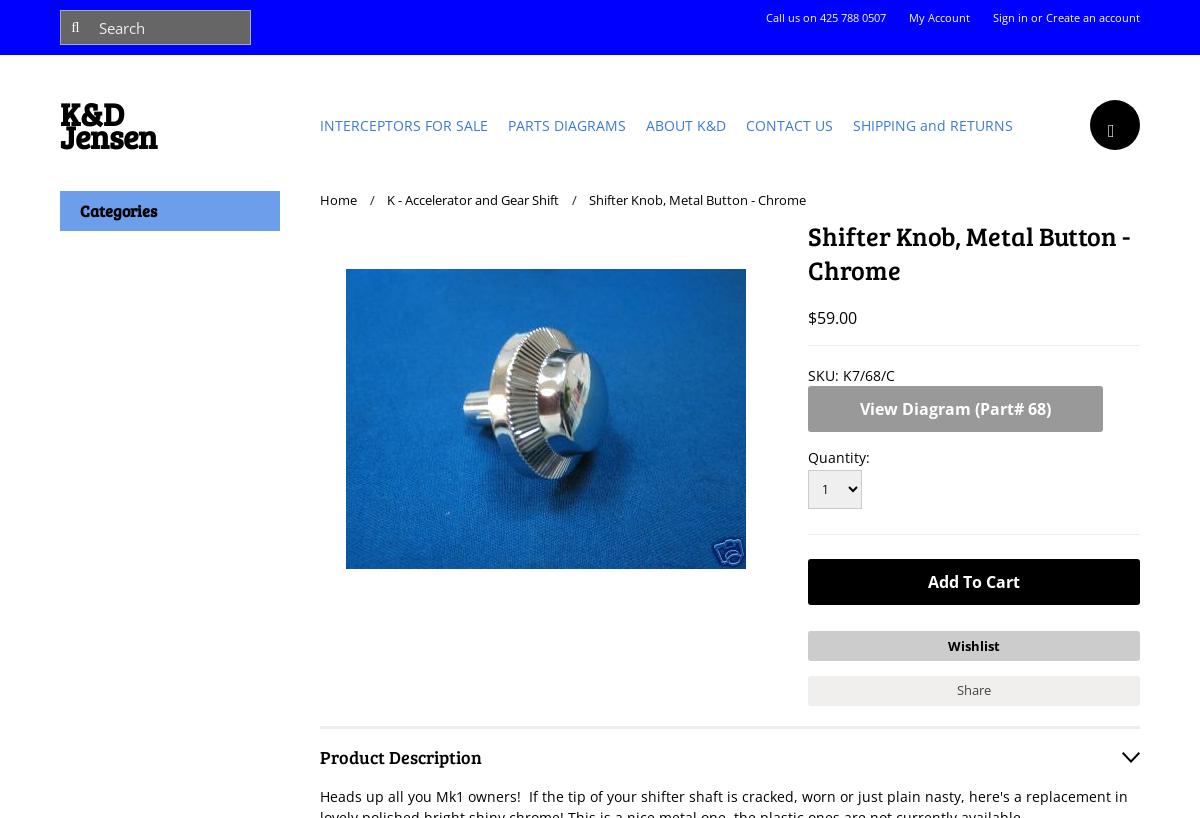 This screenshot has width=1200, height=818. I want to click on '425 788 0507', so click(851, 16).